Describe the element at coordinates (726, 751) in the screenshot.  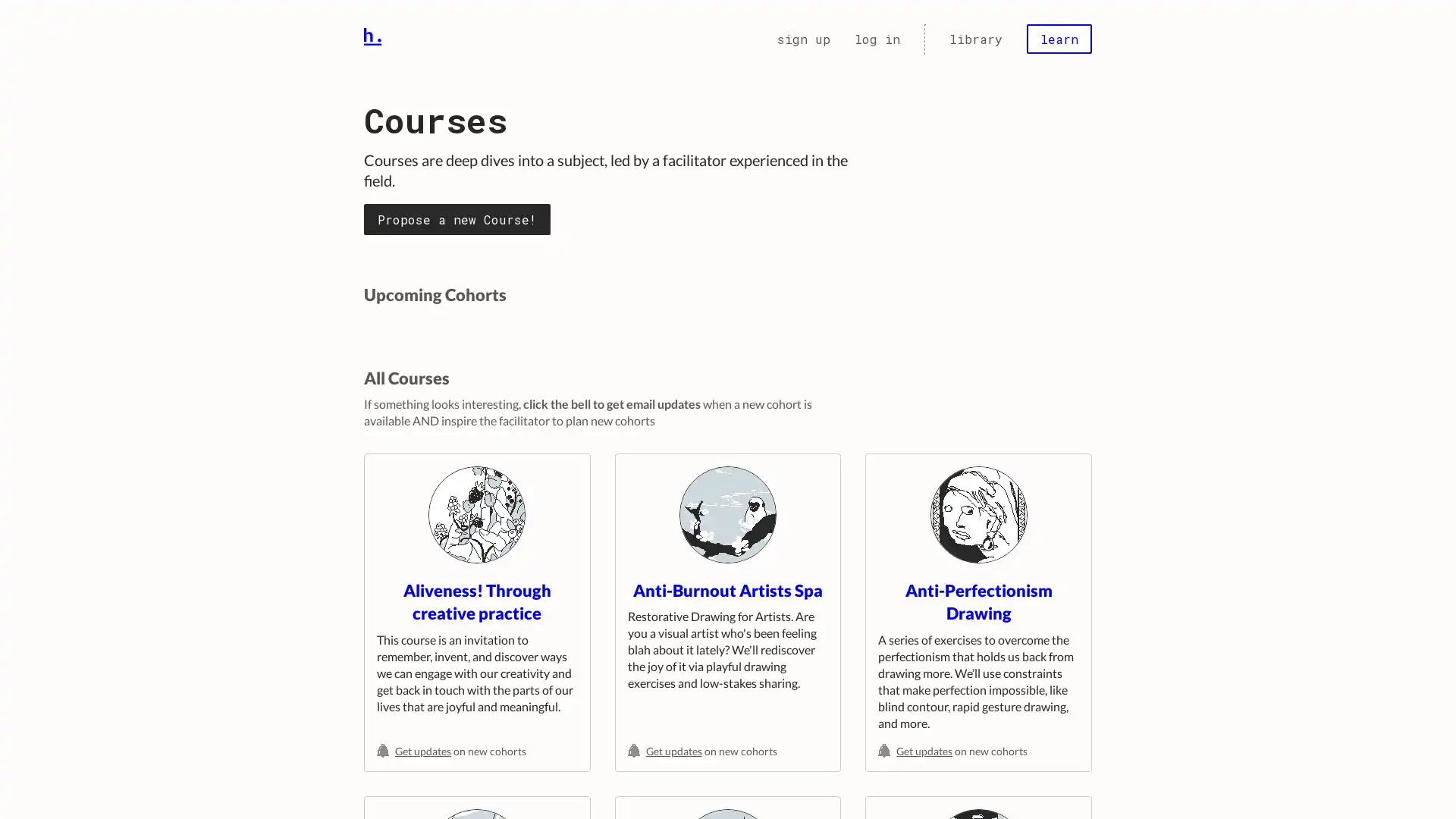
I see `Get updates on new cohorts` at that location.